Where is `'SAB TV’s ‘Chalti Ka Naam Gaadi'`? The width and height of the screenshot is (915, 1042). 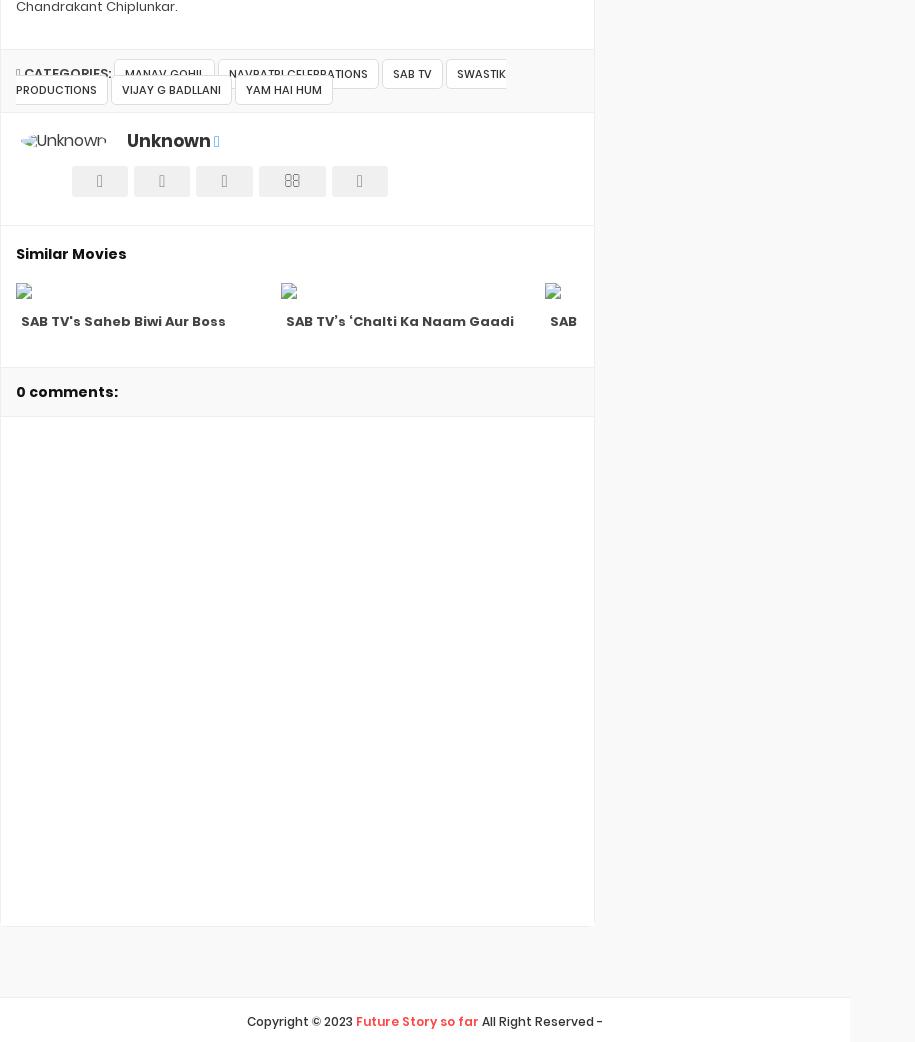
'SAB TV’s ‘Chalti Ka Naam Gaadi' is located at coordinates (398, 321).